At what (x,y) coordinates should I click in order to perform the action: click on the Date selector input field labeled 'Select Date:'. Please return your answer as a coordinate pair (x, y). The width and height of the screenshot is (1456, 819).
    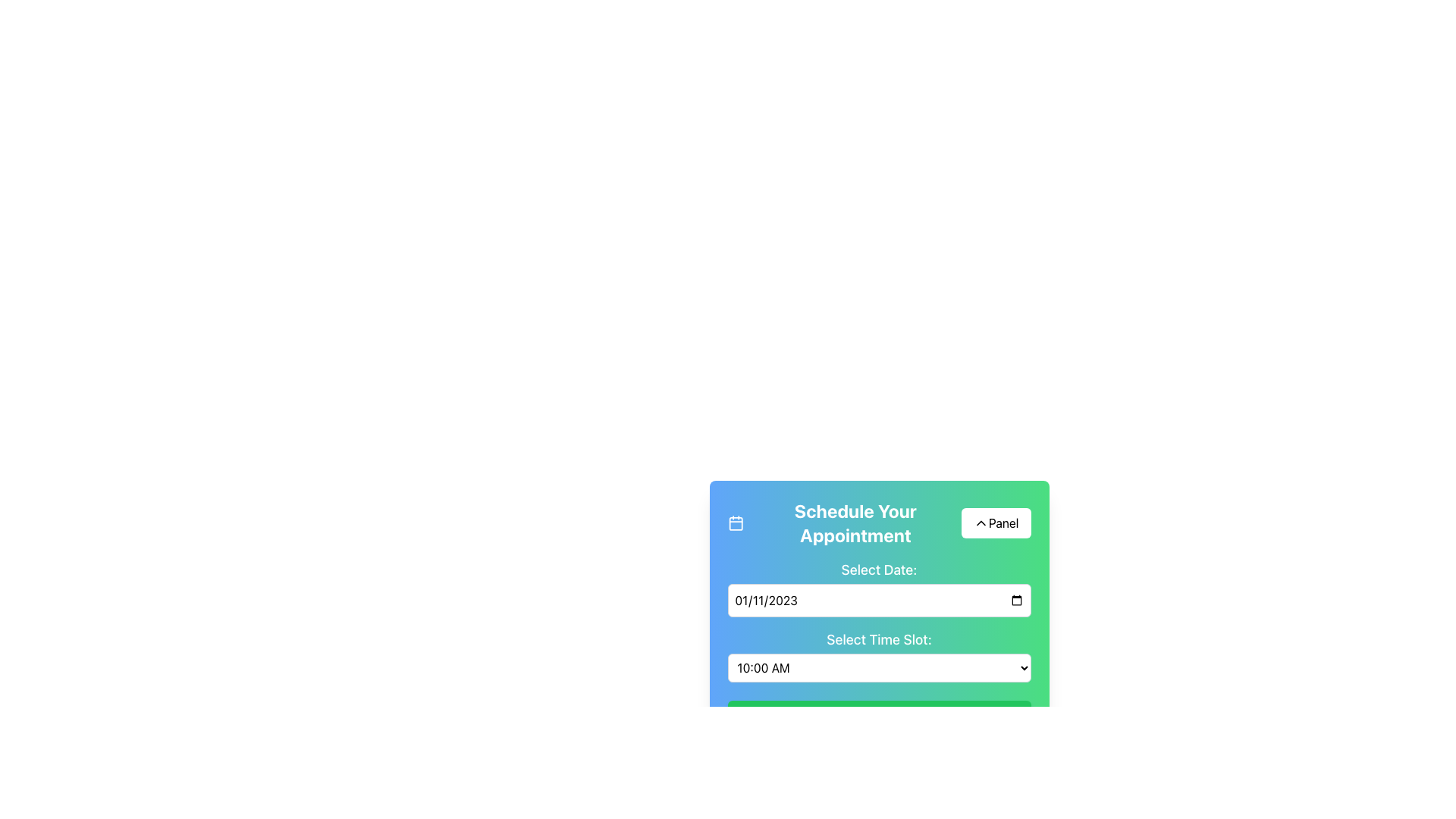
    Looking at the image, I should click on (879, 587).